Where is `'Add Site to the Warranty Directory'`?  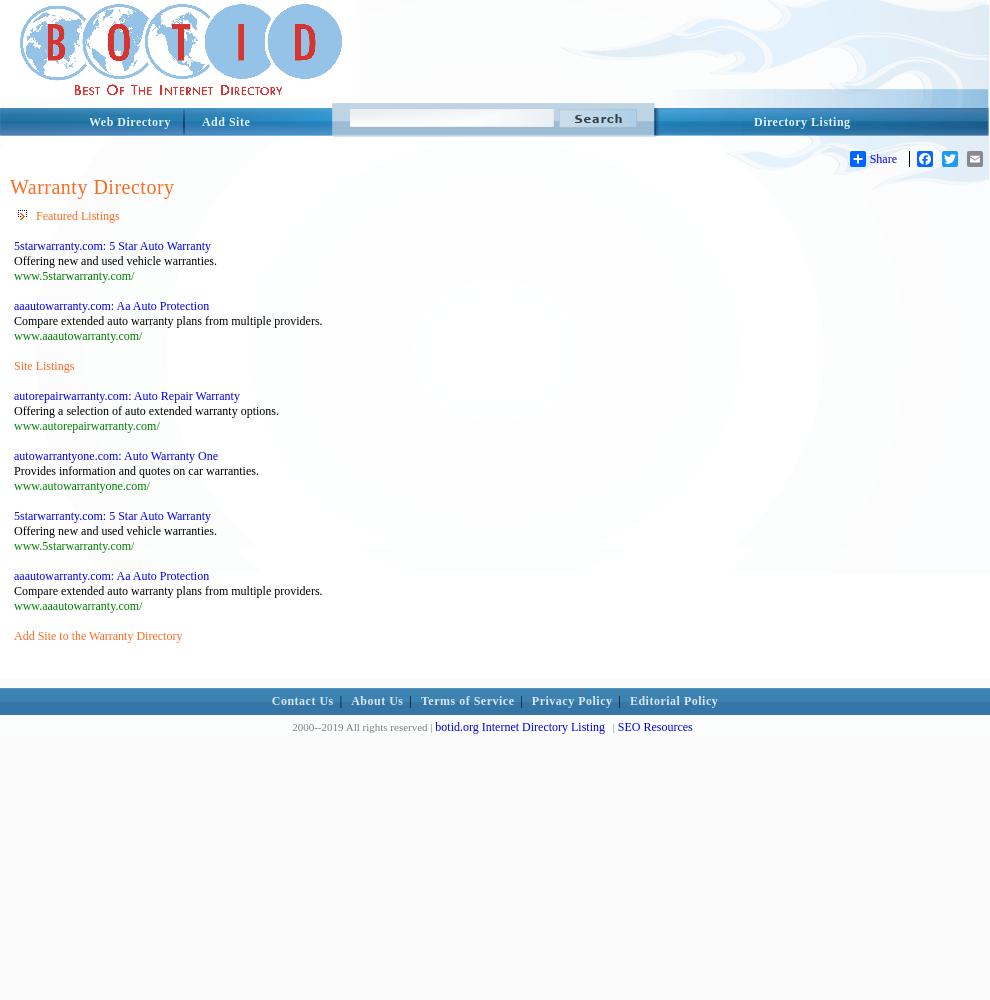
'Add Site to the Warranty Directory' is located at coordinates (12, 636).